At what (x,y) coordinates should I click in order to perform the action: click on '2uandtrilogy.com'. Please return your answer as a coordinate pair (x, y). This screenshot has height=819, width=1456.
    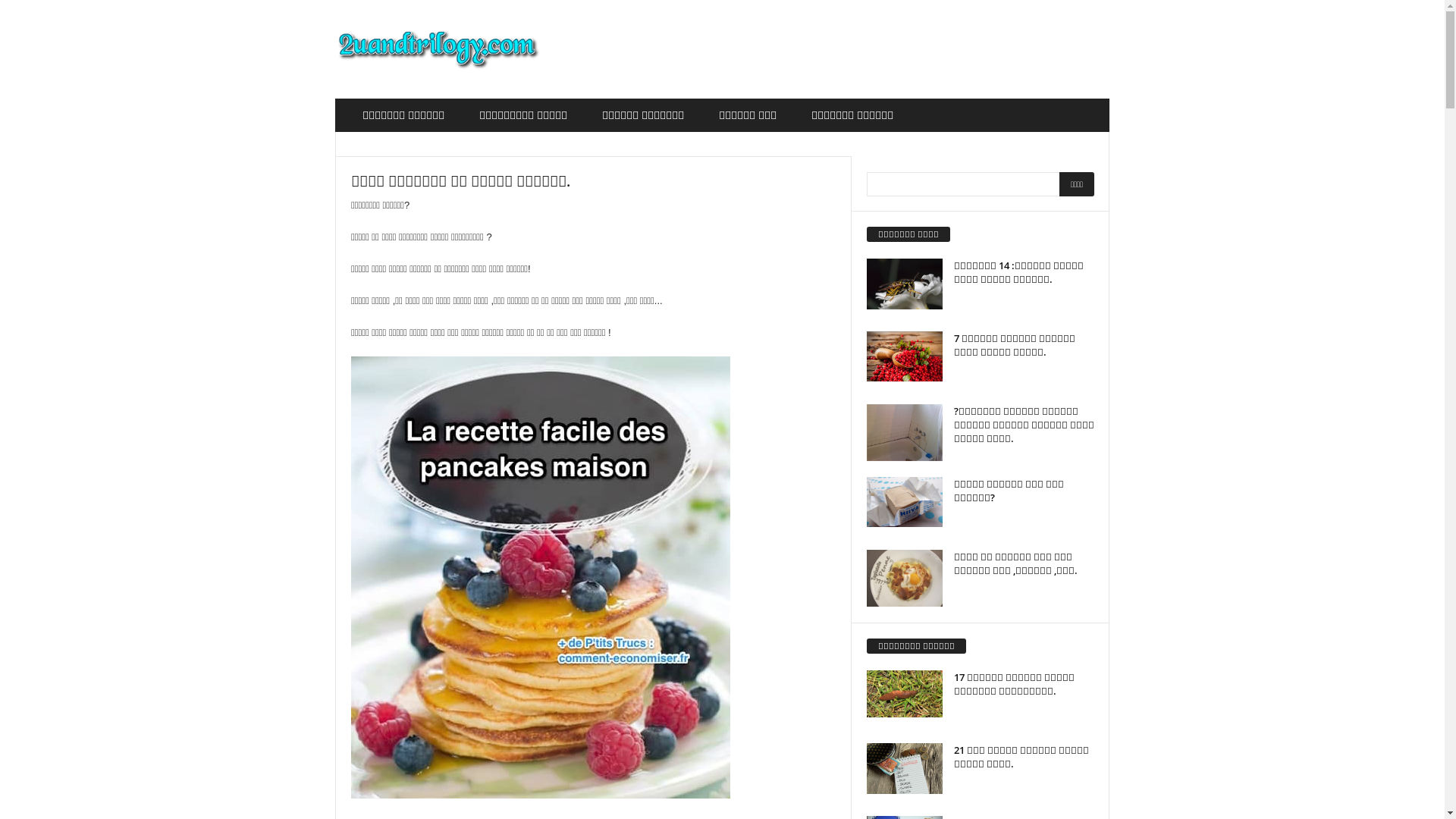
    Looking at the image, I should click on (437, 49).